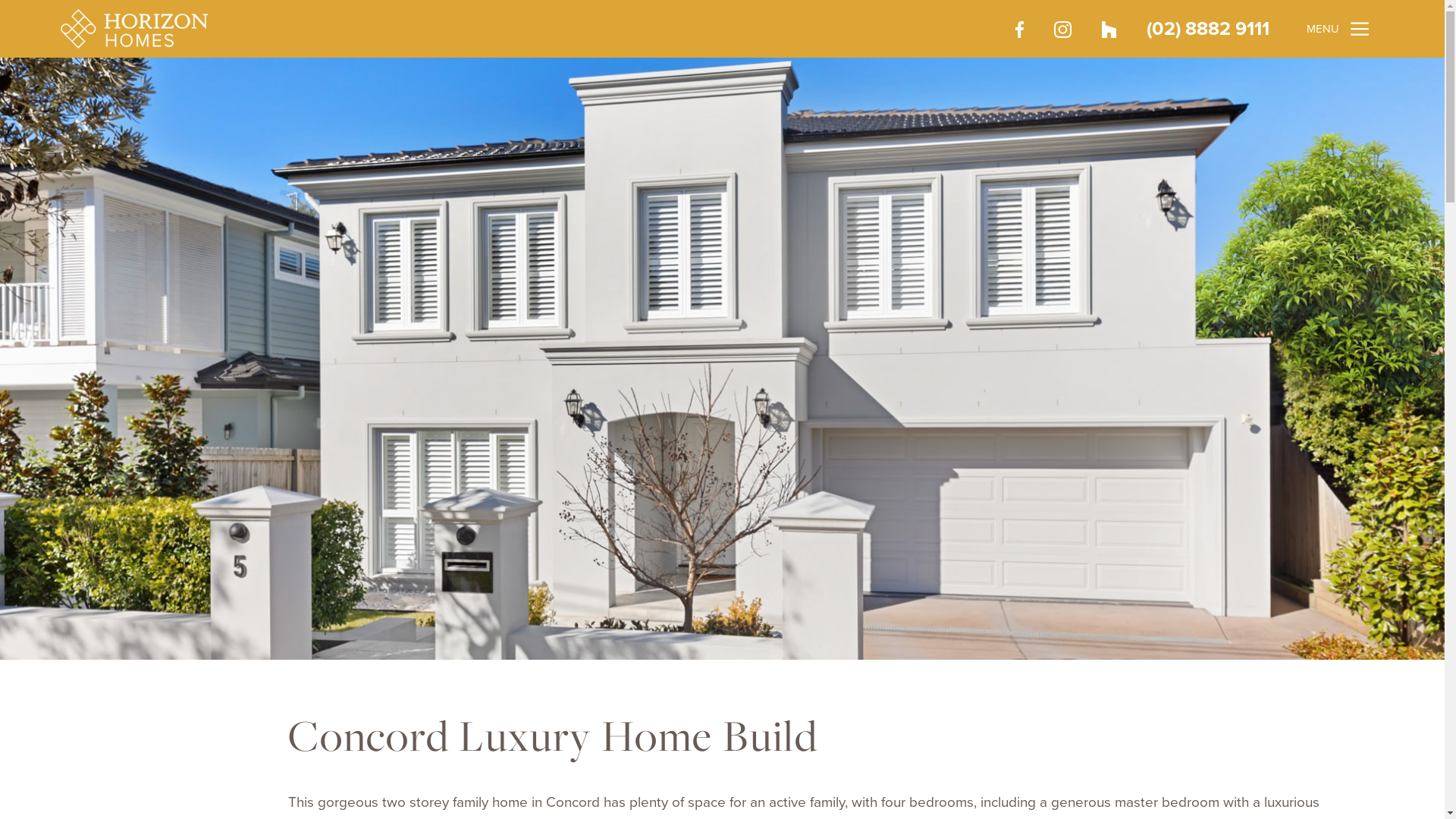 The width and height of the screenshot is (1456, 819). What do you see at coordinates (1019, 29) in the screenshot?
I see `'Facebook'` at bounding box center [1019, 29].